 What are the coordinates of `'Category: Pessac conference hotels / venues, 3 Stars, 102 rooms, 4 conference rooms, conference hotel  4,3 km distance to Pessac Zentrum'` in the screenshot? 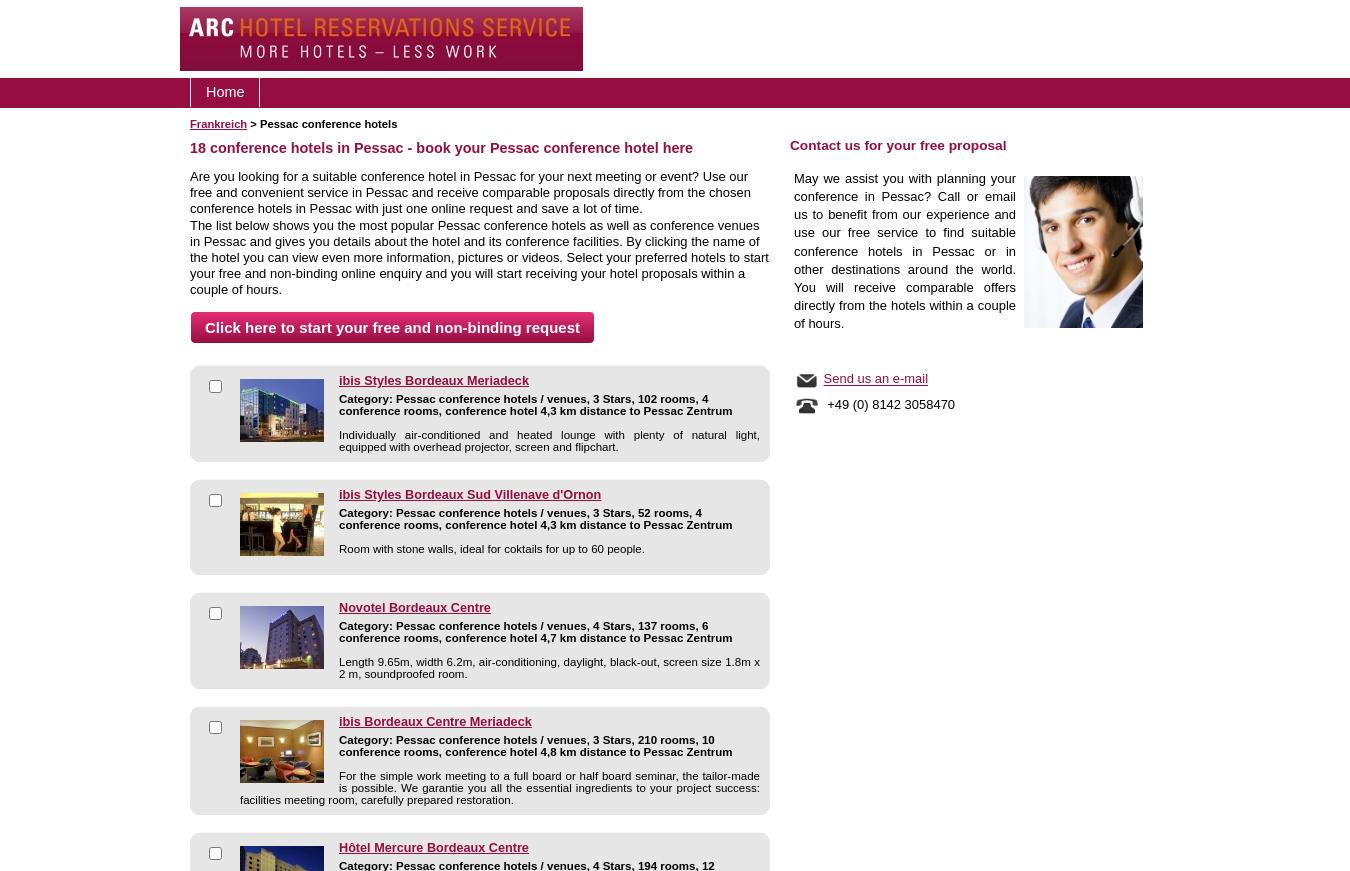 It's located at (534, 404).